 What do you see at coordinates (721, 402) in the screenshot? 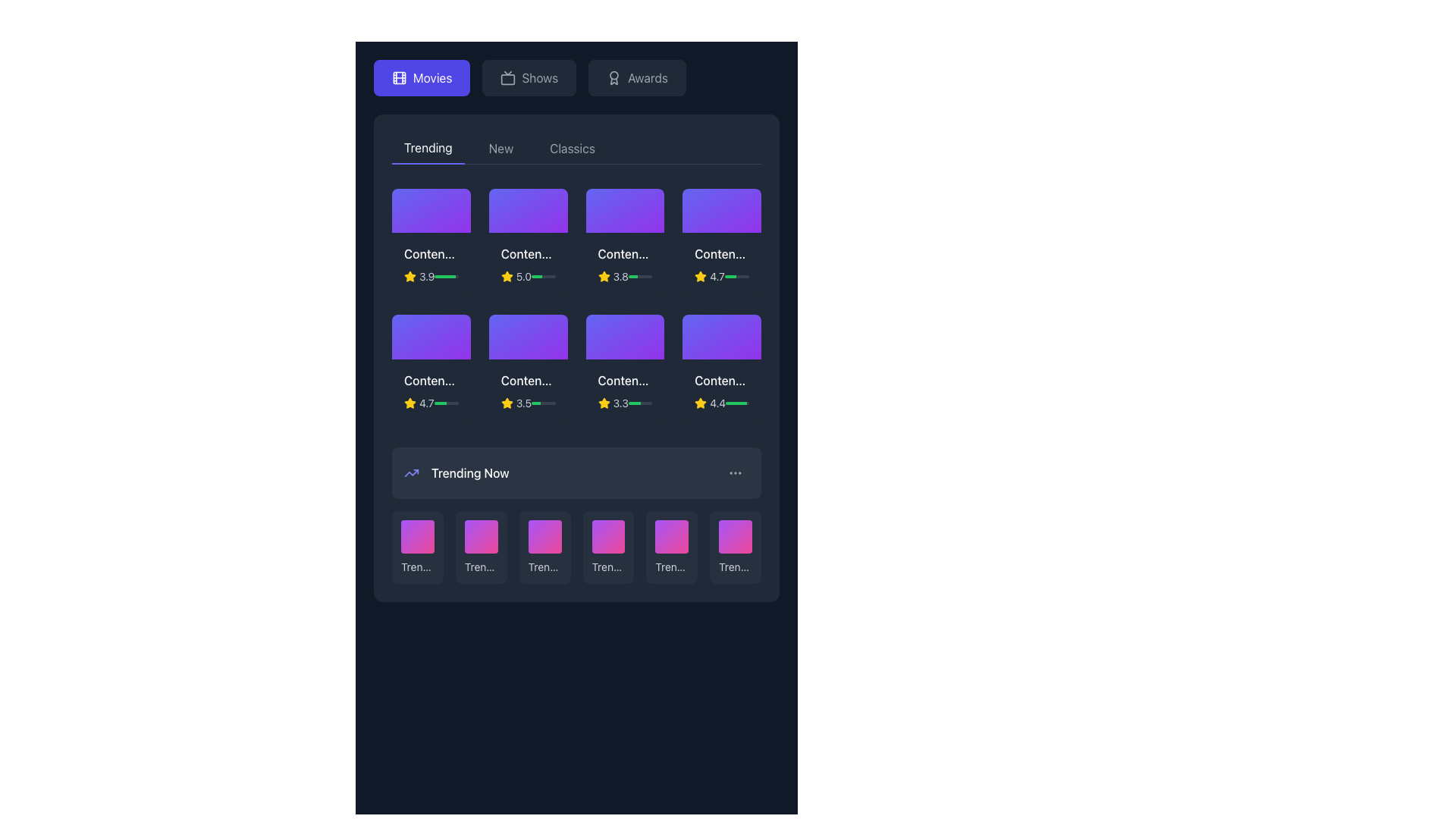
I see `the Rating Display with a Progress Bar located in the lower right corner of the content titled 'Content Title 8'` at bounding box center [721, 402].